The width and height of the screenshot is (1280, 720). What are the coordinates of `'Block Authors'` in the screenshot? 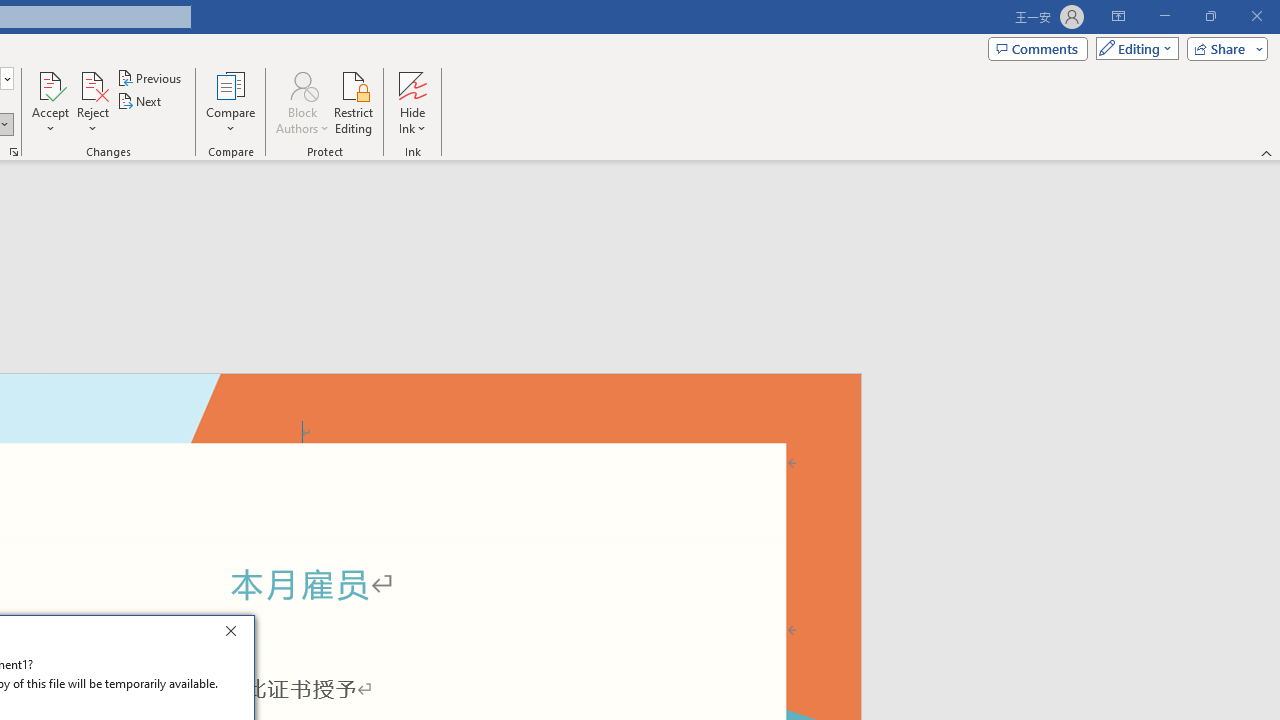 It's located at (301, 103).